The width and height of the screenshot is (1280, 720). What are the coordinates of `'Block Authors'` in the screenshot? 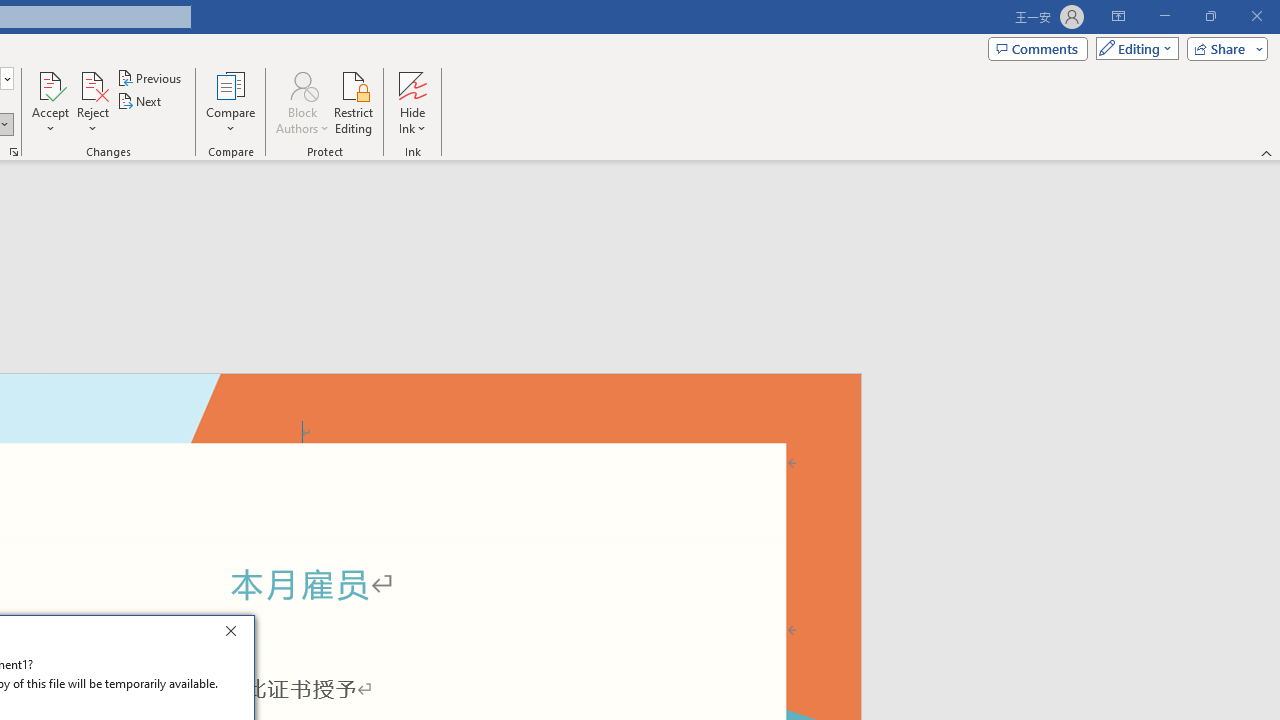 It's located at (301, 103).